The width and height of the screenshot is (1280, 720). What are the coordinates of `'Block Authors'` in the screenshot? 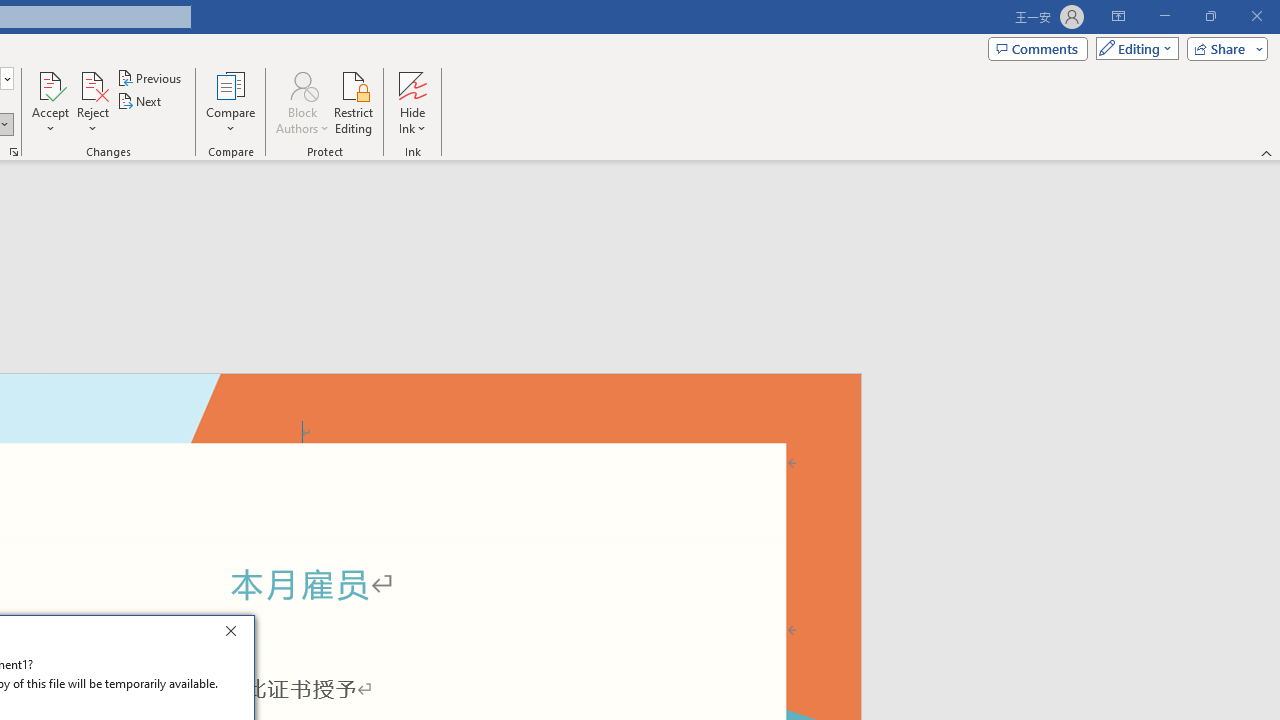 It's located at (301, 103).